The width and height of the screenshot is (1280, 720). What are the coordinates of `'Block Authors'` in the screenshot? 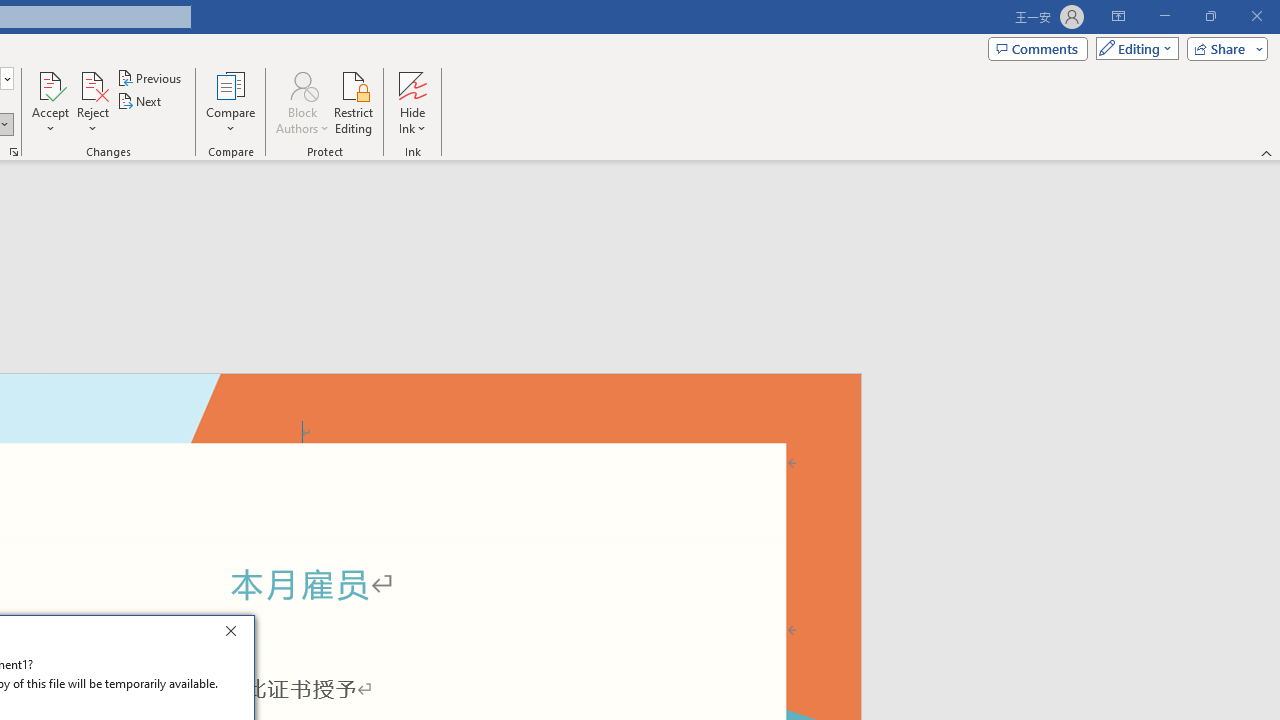 It's located at (301, 103).